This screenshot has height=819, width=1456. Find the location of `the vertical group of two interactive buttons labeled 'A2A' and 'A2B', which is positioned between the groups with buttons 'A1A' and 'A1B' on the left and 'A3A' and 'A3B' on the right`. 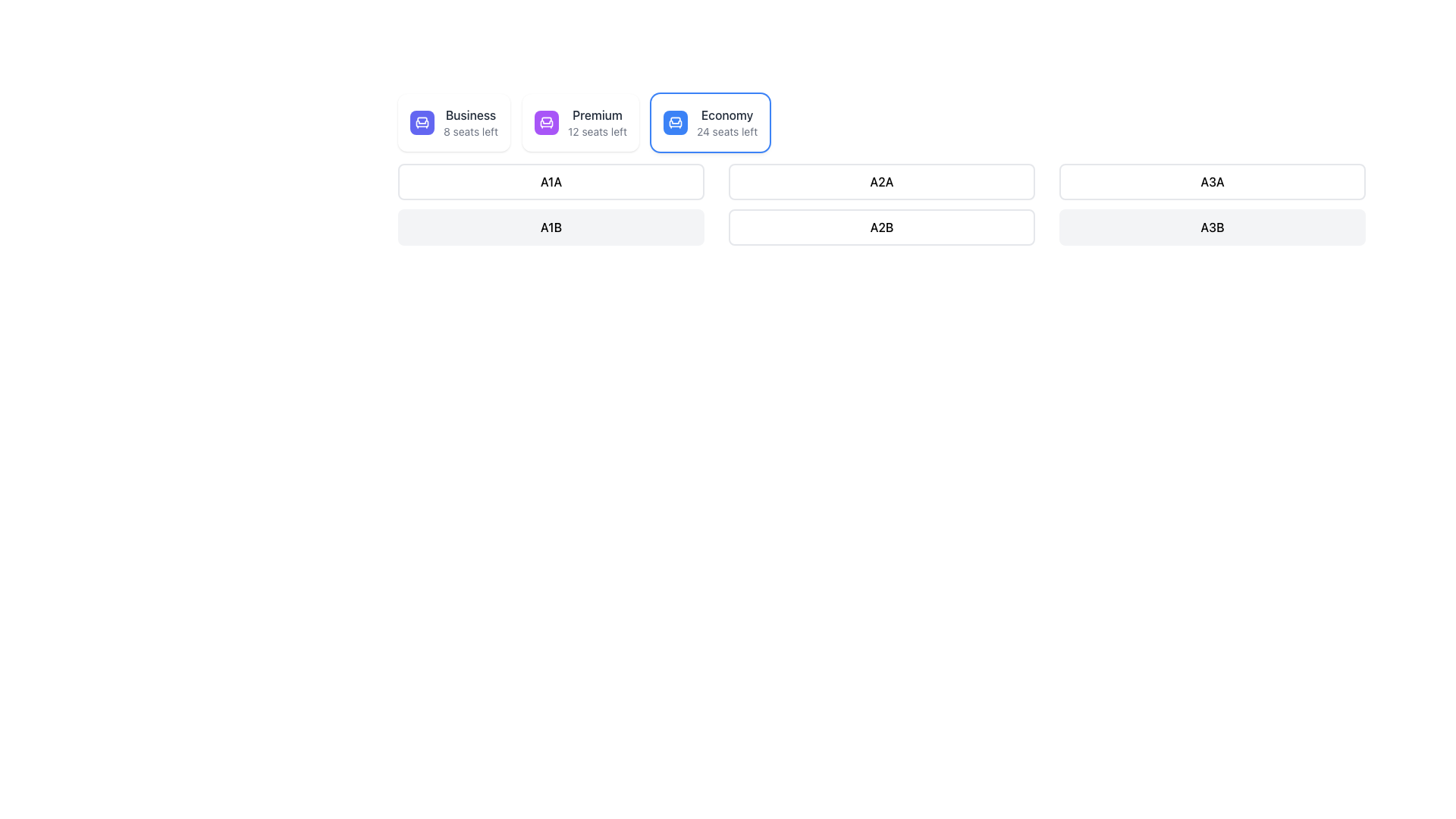

the vertical group of two interactive buttons labeled 'A2A' and 'A2B', which is positioned between the groups with buttons 'A1A' and 'A1B' on the left and 'A3A' and 'A3B' on the right is located at coordinates (881, 207).